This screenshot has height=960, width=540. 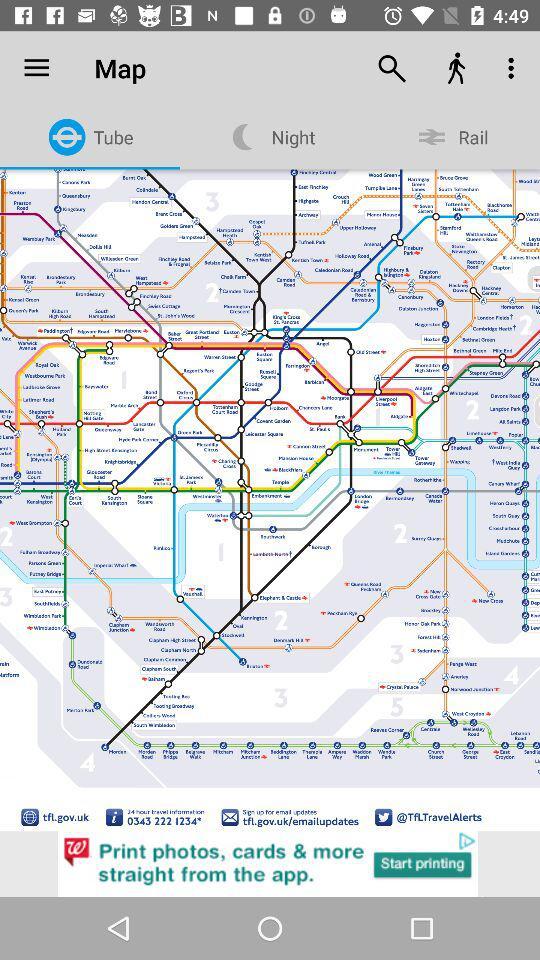 I want to click on to bookmark, so click(x=25, y=89).